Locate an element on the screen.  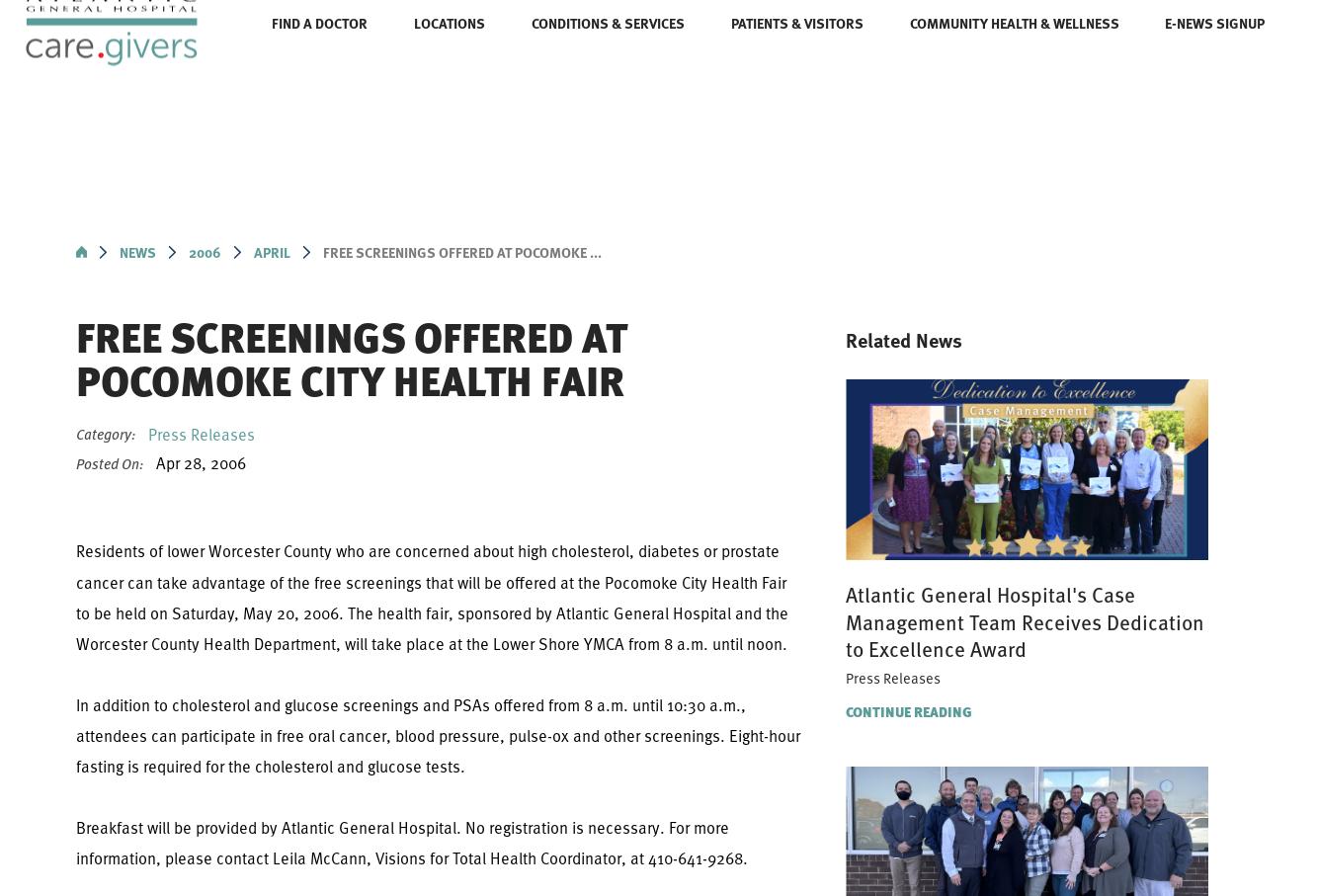
'Diabetes Services' is located at coordinates (994, 198).